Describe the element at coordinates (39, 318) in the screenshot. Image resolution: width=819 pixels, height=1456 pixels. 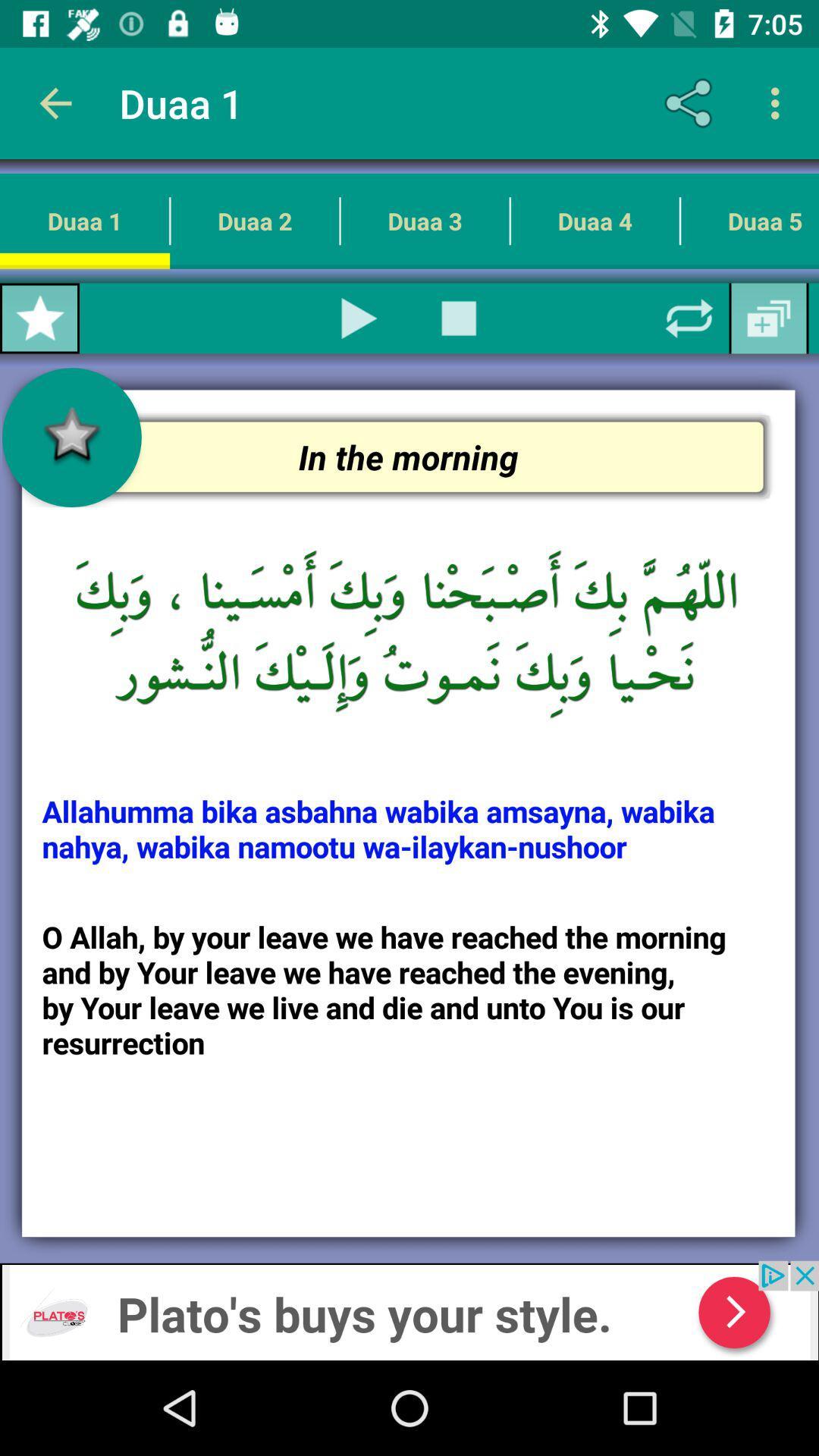
I see `app next to the duaa 2` at that location.